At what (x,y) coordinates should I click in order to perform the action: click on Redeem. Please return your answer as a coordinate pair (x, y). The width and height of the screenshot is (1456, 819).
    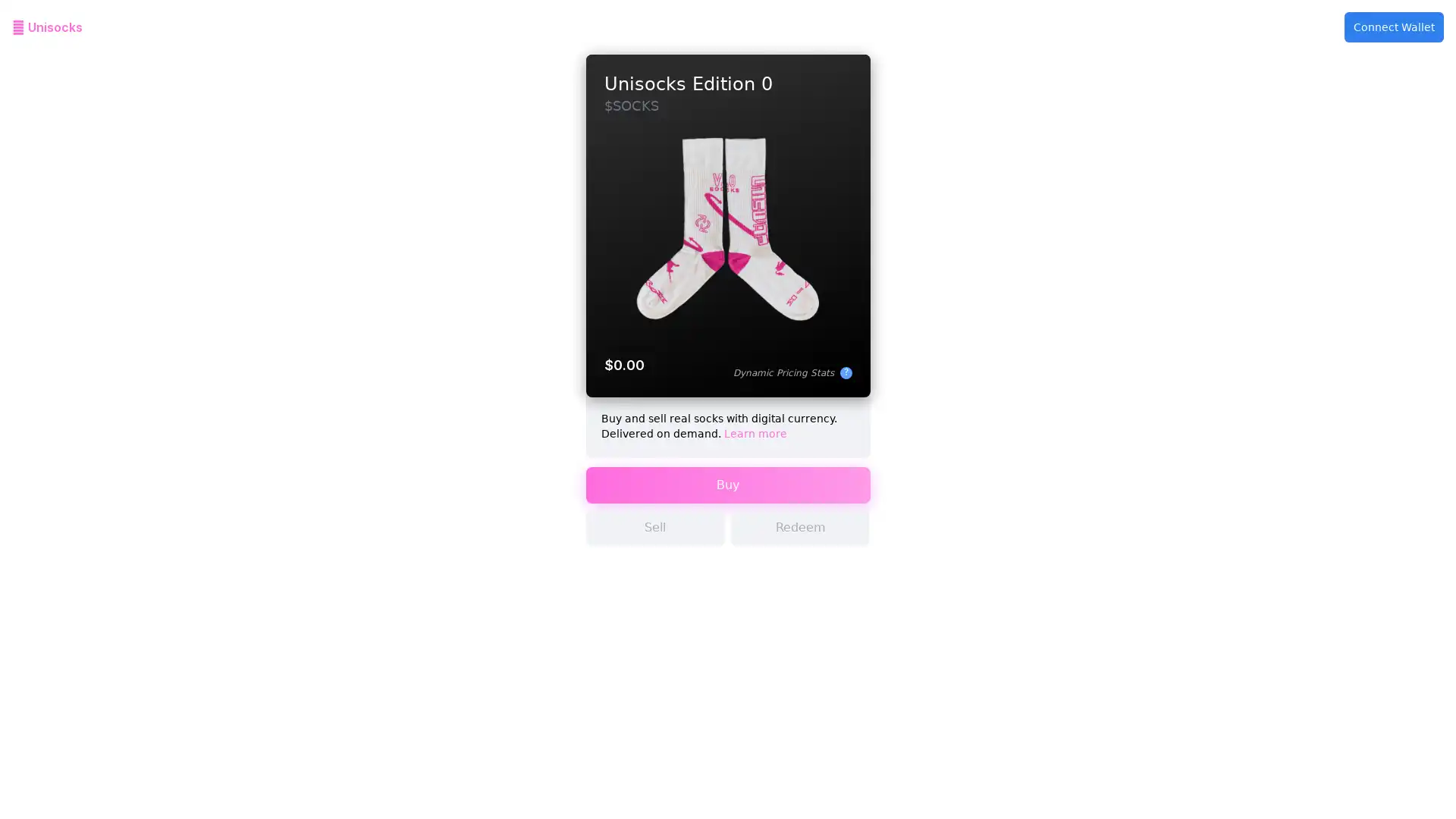
    Looking at the image, I should click on (799, 540).